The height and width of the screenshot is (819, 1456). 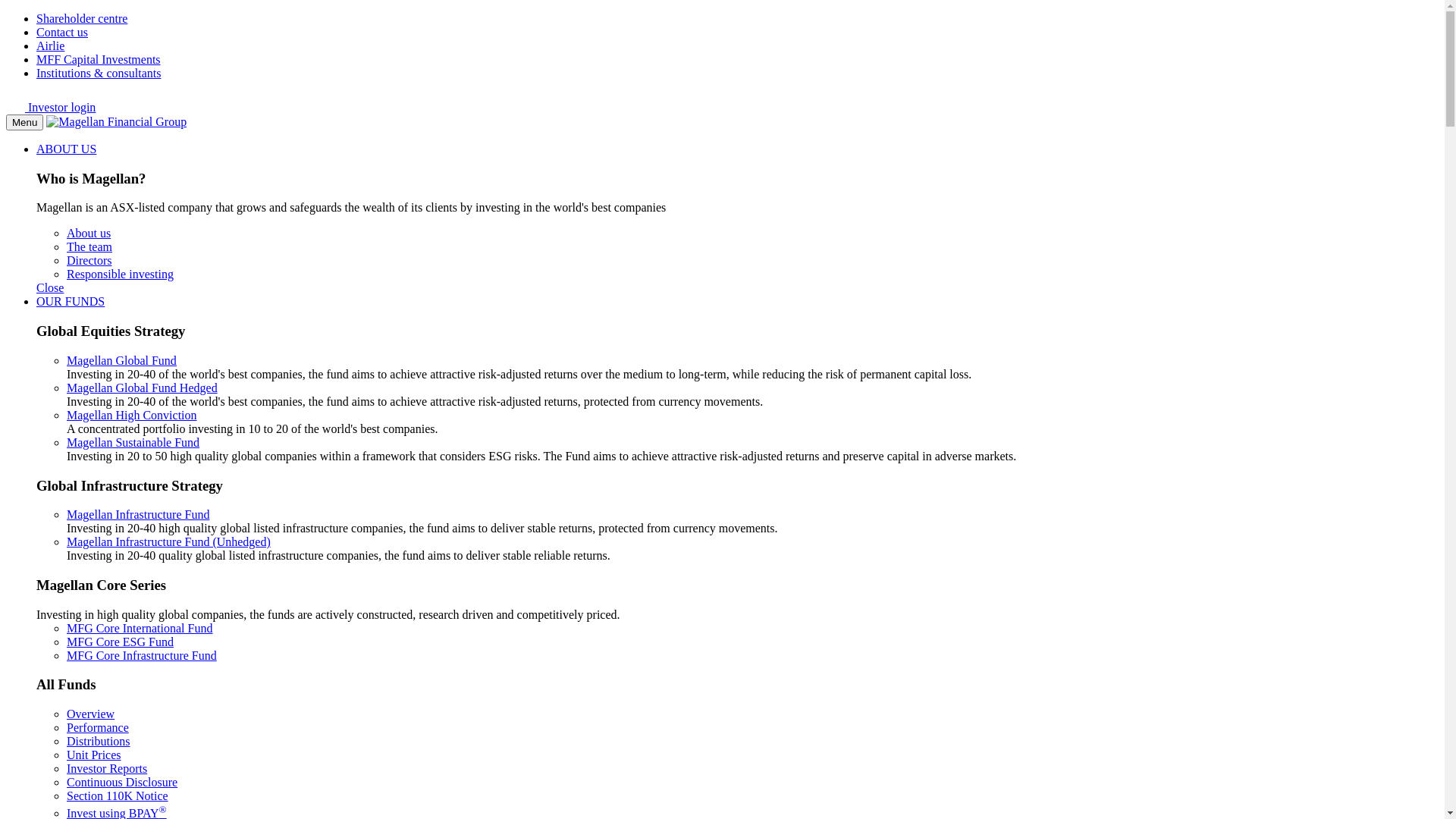 What do you see at coordinates (142, 387) in the screenshot?
I see `'Magellan Global Fund Hedged'` at bounding box center [142, 387].